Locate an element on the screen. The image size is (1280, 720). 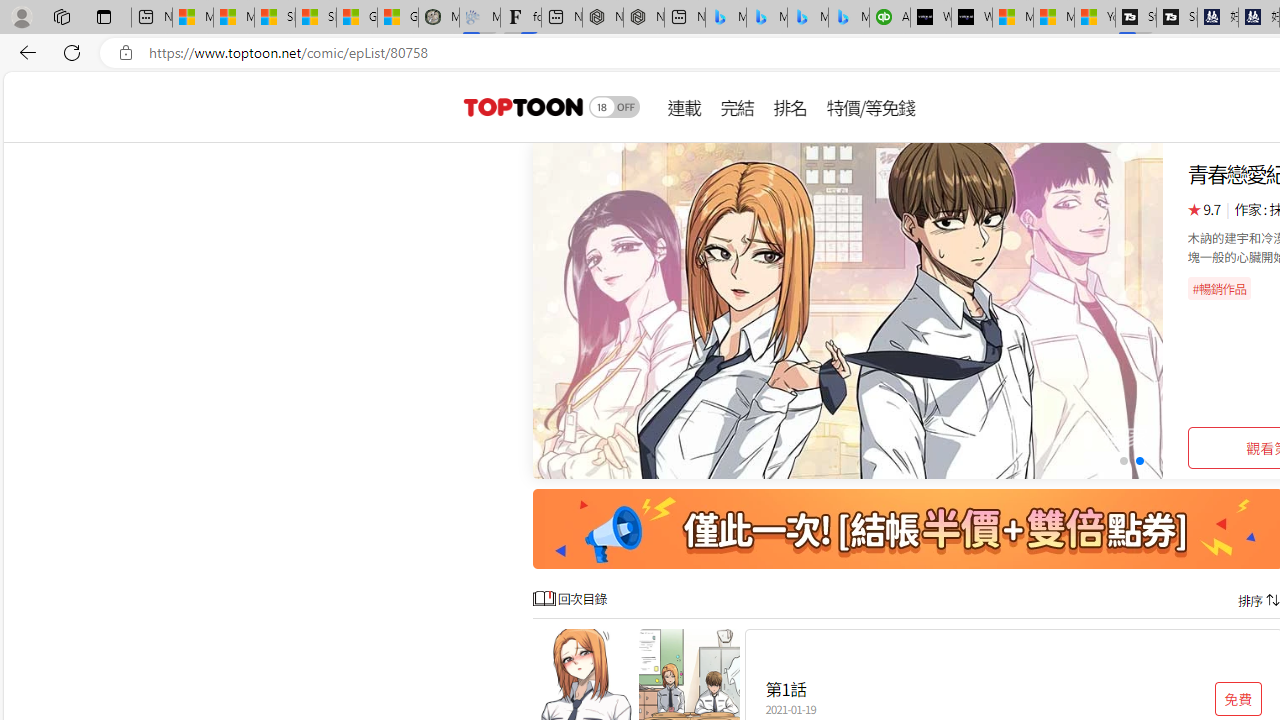
'Microsoft Bing Travel - Shangri-La Hotel Bangkok' is located at coordinates (849, 17).